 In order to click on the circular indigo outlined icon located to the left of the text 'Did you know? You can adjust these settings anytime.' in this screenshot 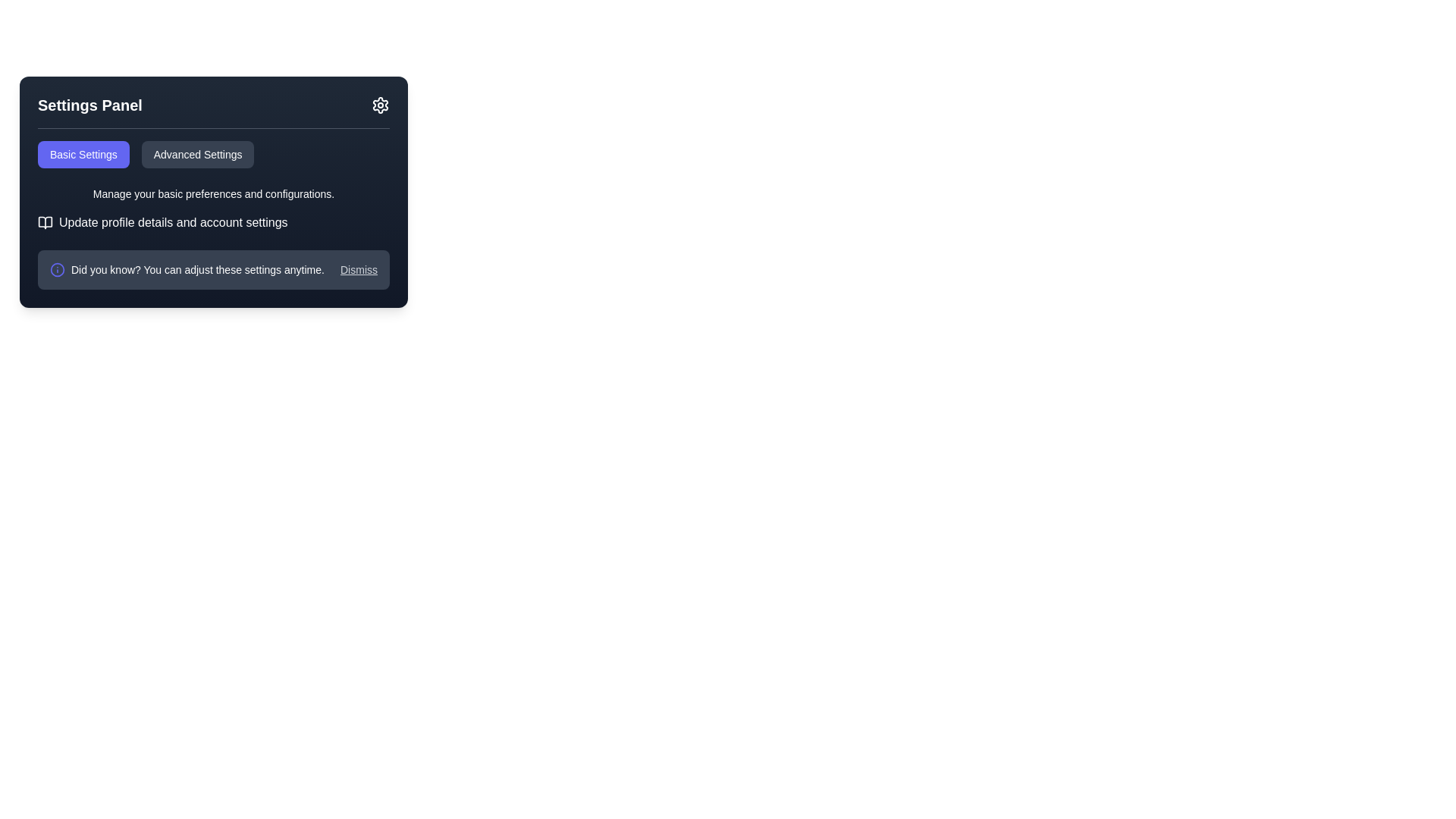, I will do `click(58, 268)`.